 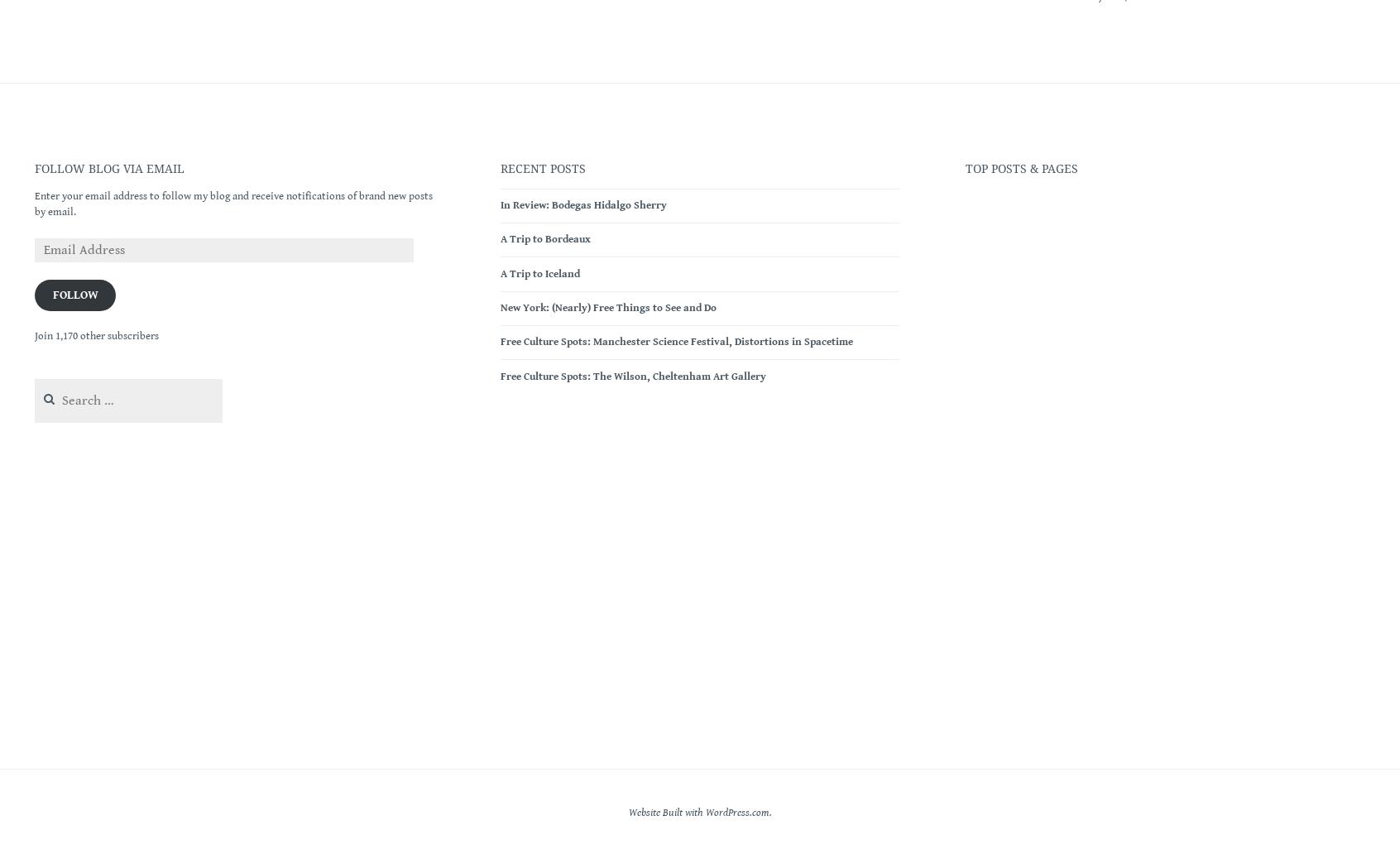 What do you see at coordinates (770, 811) in the screenshot?
I see `'.'` at bounding box center [770, 811].